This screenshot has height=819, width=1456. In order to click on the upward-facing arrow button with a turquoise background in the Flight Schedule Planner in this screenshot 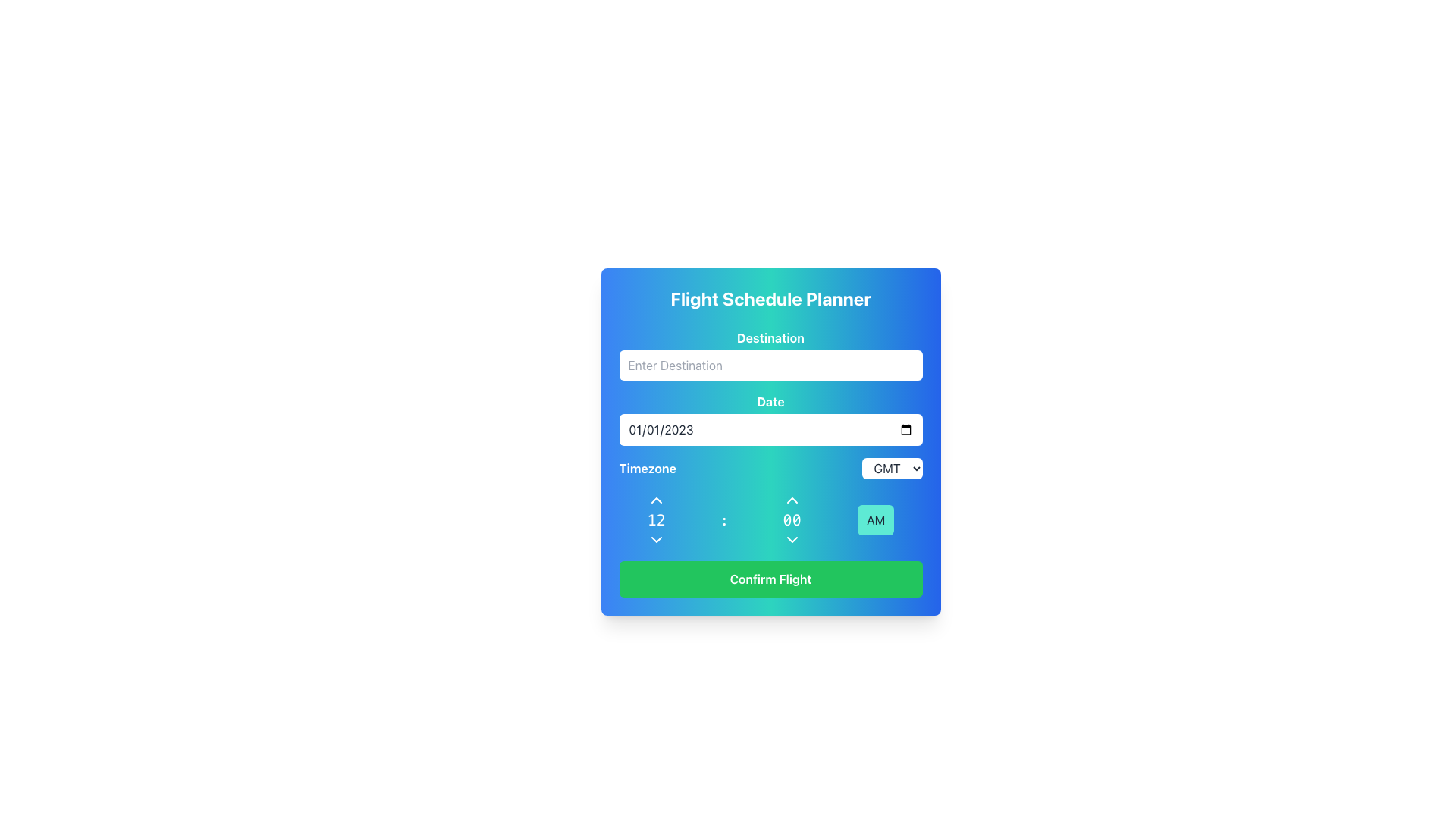, I will do `click(791, 500)`.